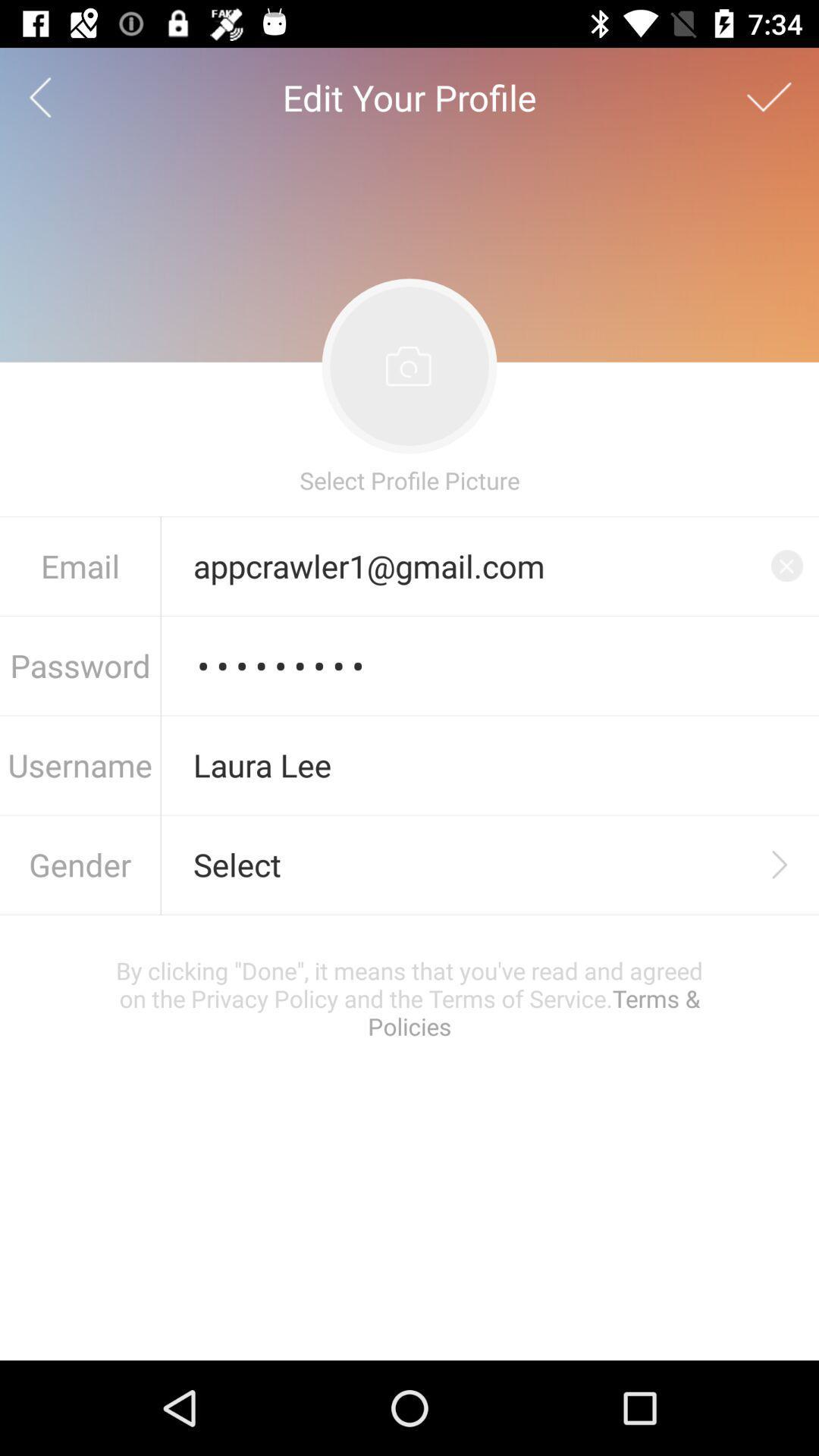 This screenshot has width=819, height=1456. I want to click on the image above  select profile picture, so click(409, 366).